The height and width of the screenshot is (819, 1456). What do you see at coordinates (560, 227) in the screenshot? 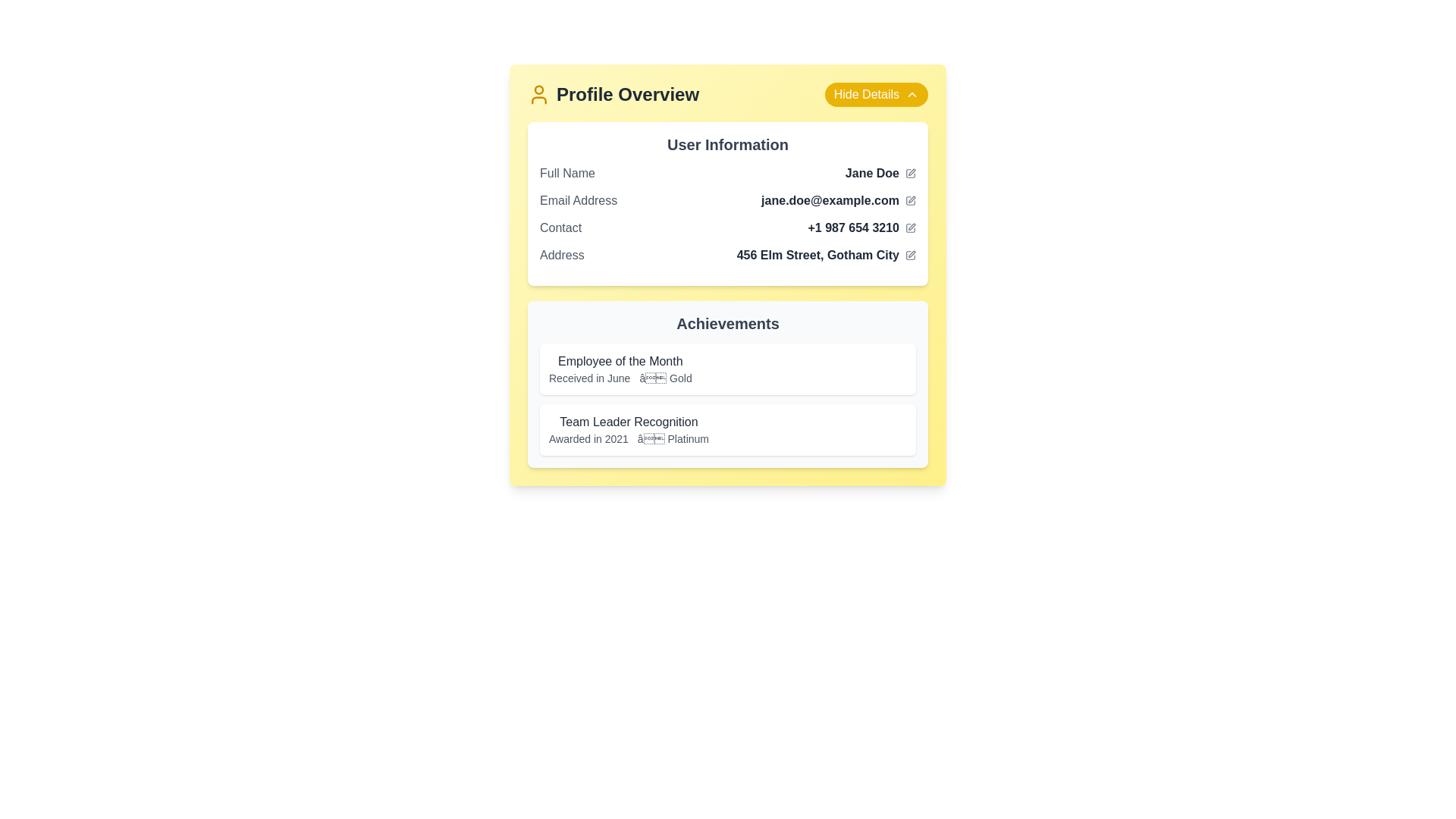
I see `the 'Contact' label, which describes the associated contact information, located to the left of the phone number text '+1 987 654 3210'` at bounding box center [560, 227].